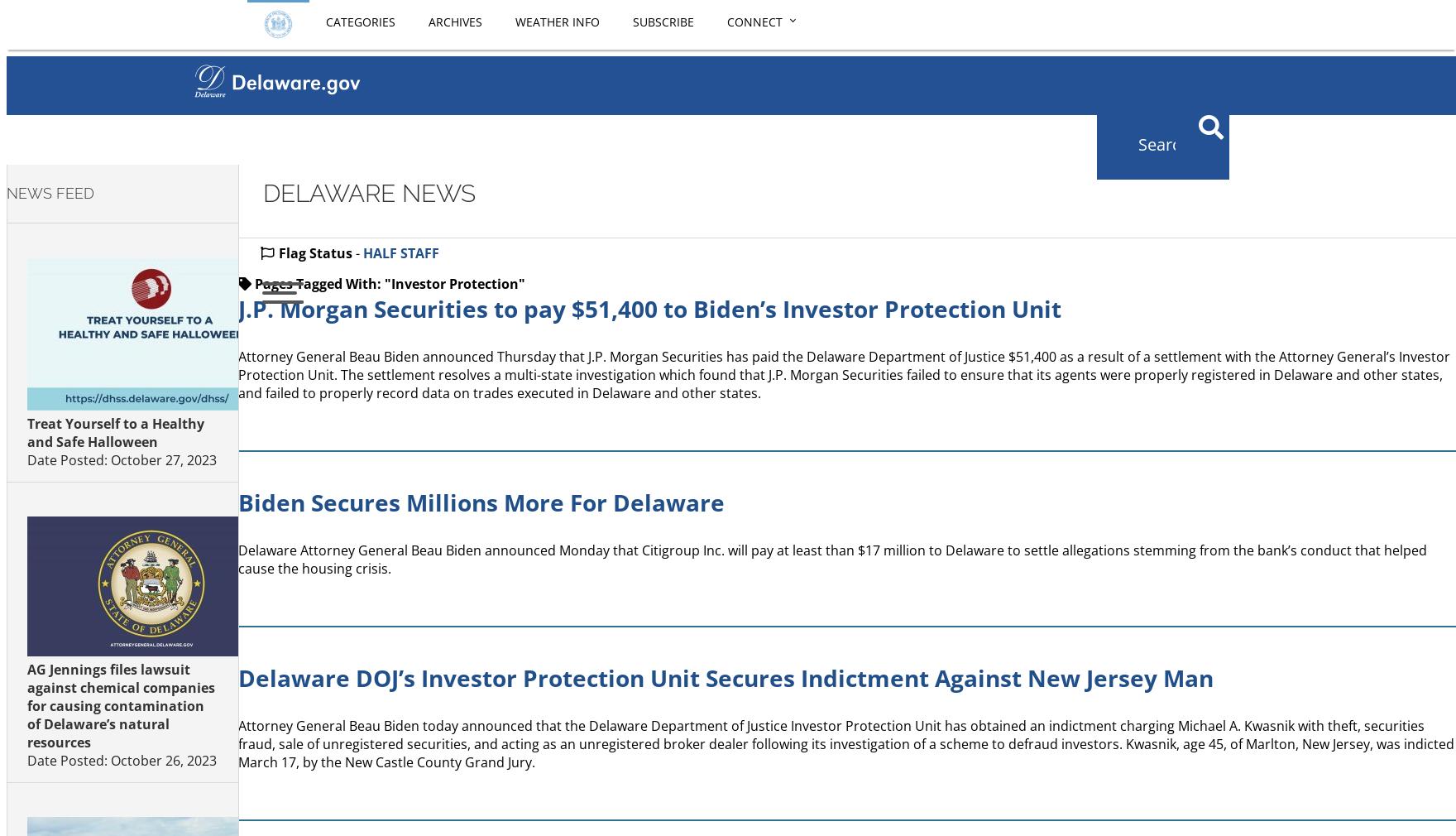  Describe the element at coordinates (846, 744) in the screenshot. I see `'Attorney General Beau Biden today announced that the Delaware Department of Justice Investor Protection Unit has obtained an indictment charging Michael A. Kwasnik with theft, securities fraud, sale of unregistered securities, and acting as an unregistered broker dealer following its investigation of a scheme to defraud investors. Kwasnik, age 45, of Marlton, New Jersey, was indicted March 17, by the New Castle County Grand Jury.'` at that location.